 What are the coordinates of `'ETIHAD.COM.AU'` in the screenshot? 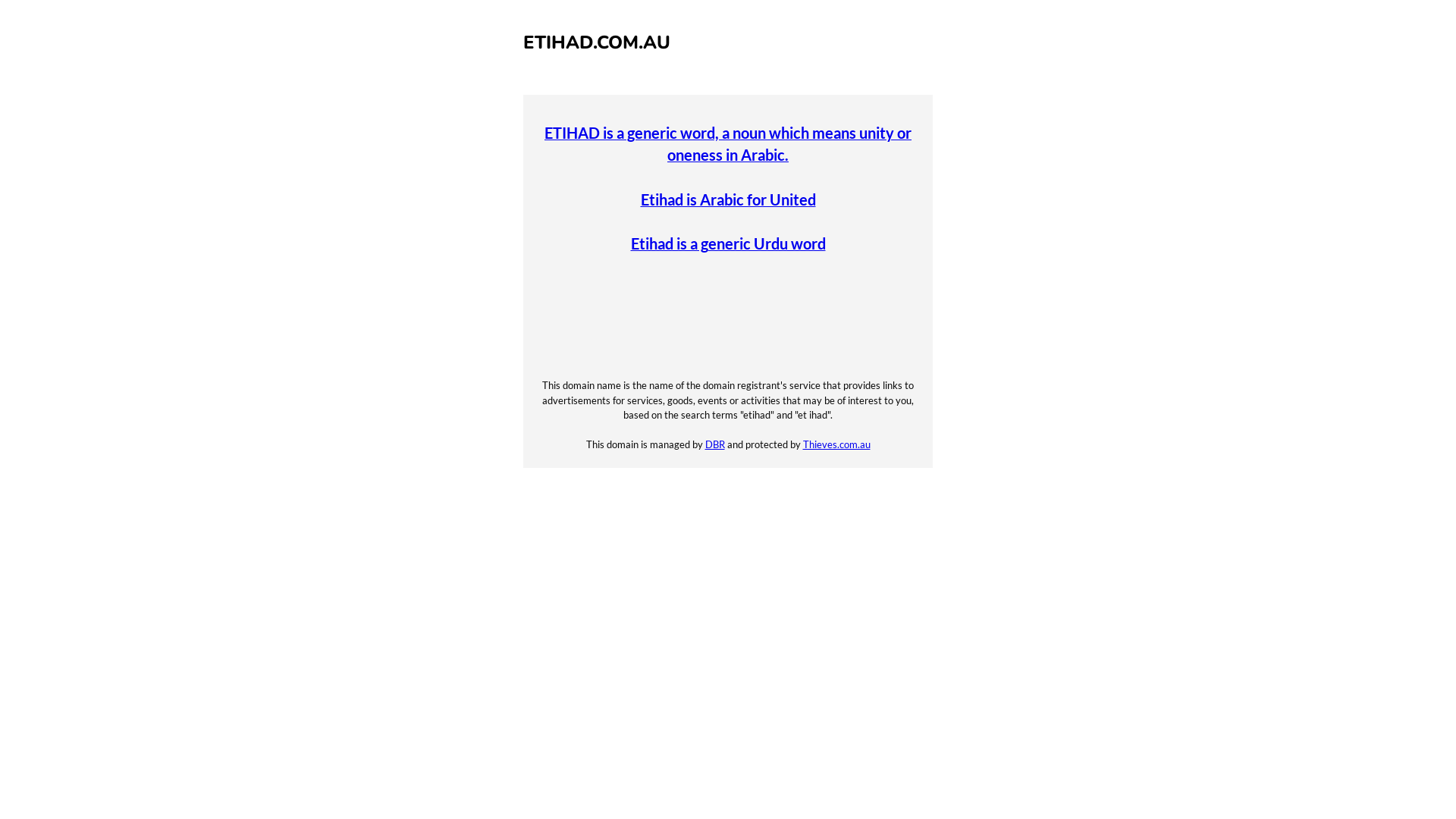 It's located at (596, 42).